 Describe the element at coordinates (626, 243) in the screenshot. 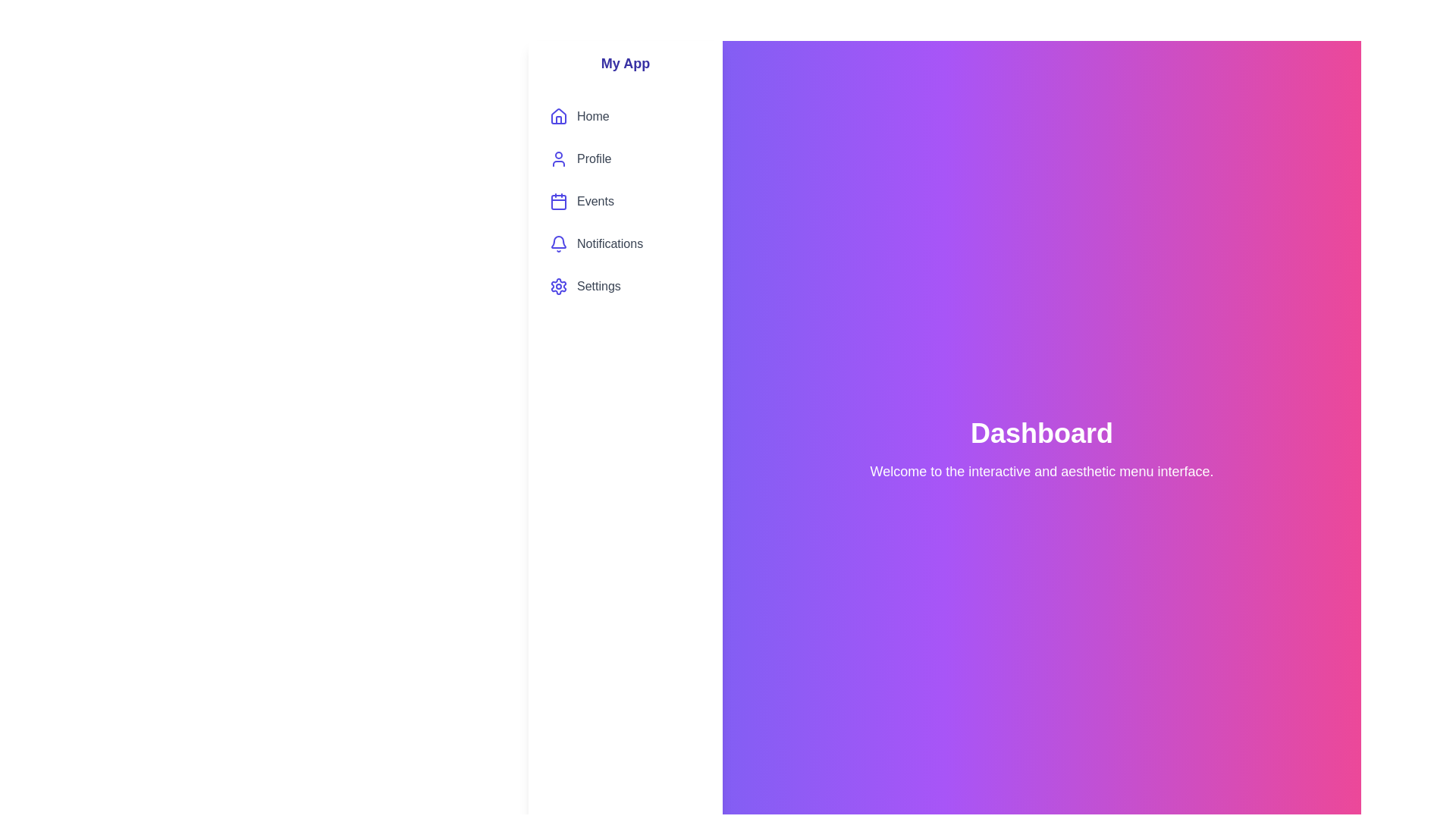

I see `the menu item labeled Notifications to preview its hover state` at that location.